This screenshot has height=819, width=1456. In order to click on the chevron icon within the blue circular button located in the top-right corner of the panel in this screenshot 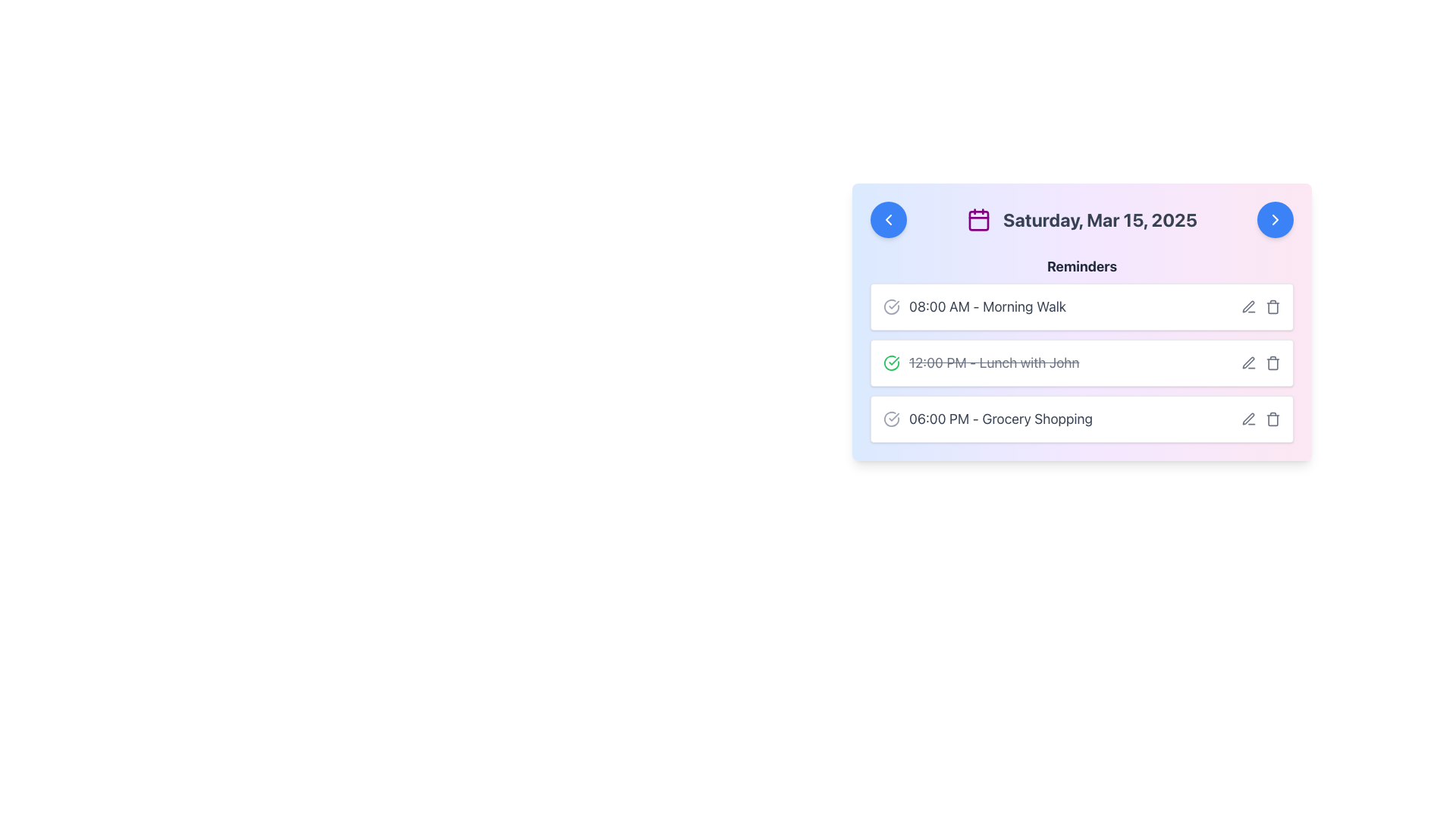, I will do `click(1274, 219)`.